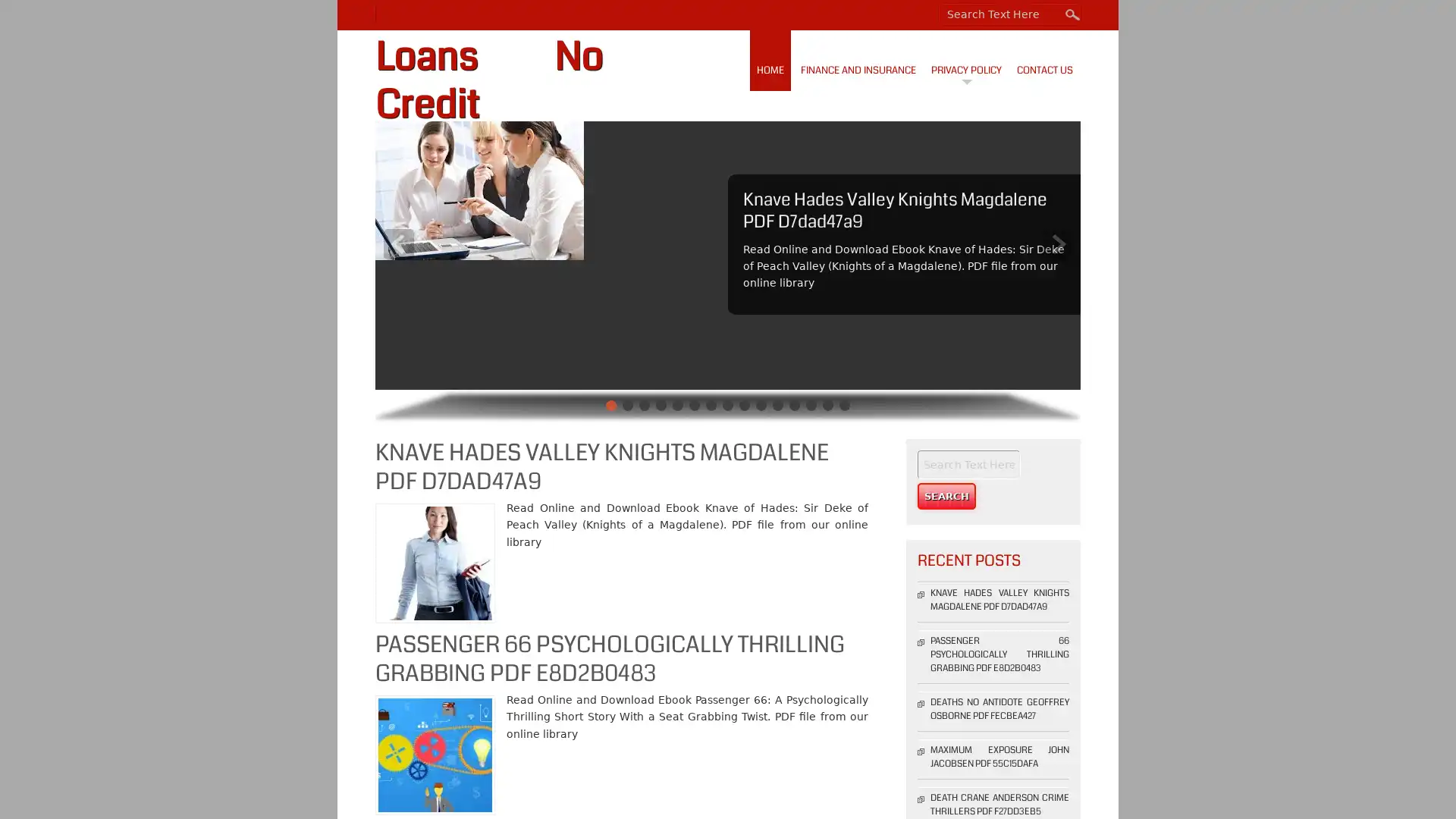 The image size is (1456, 819). Describe the element at coordinates (946, 496) in the screenshot. I see `Search` at that location.